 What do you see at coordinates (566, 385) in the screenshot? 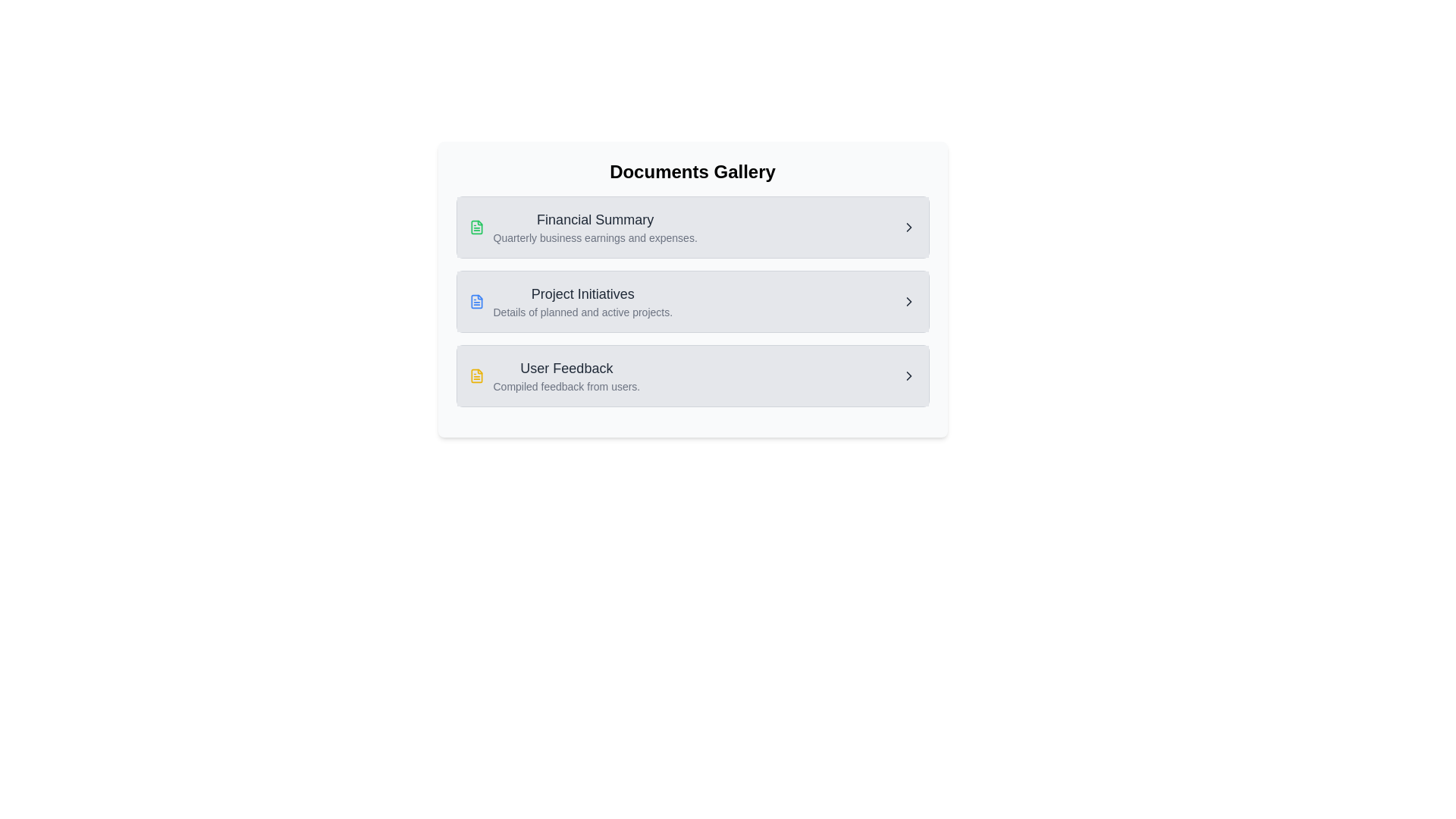
I see `text from the Text Label located beneath the 'User Feedback' title, which is in the third row of the list within the card layout` at bounding box center [566, 385].